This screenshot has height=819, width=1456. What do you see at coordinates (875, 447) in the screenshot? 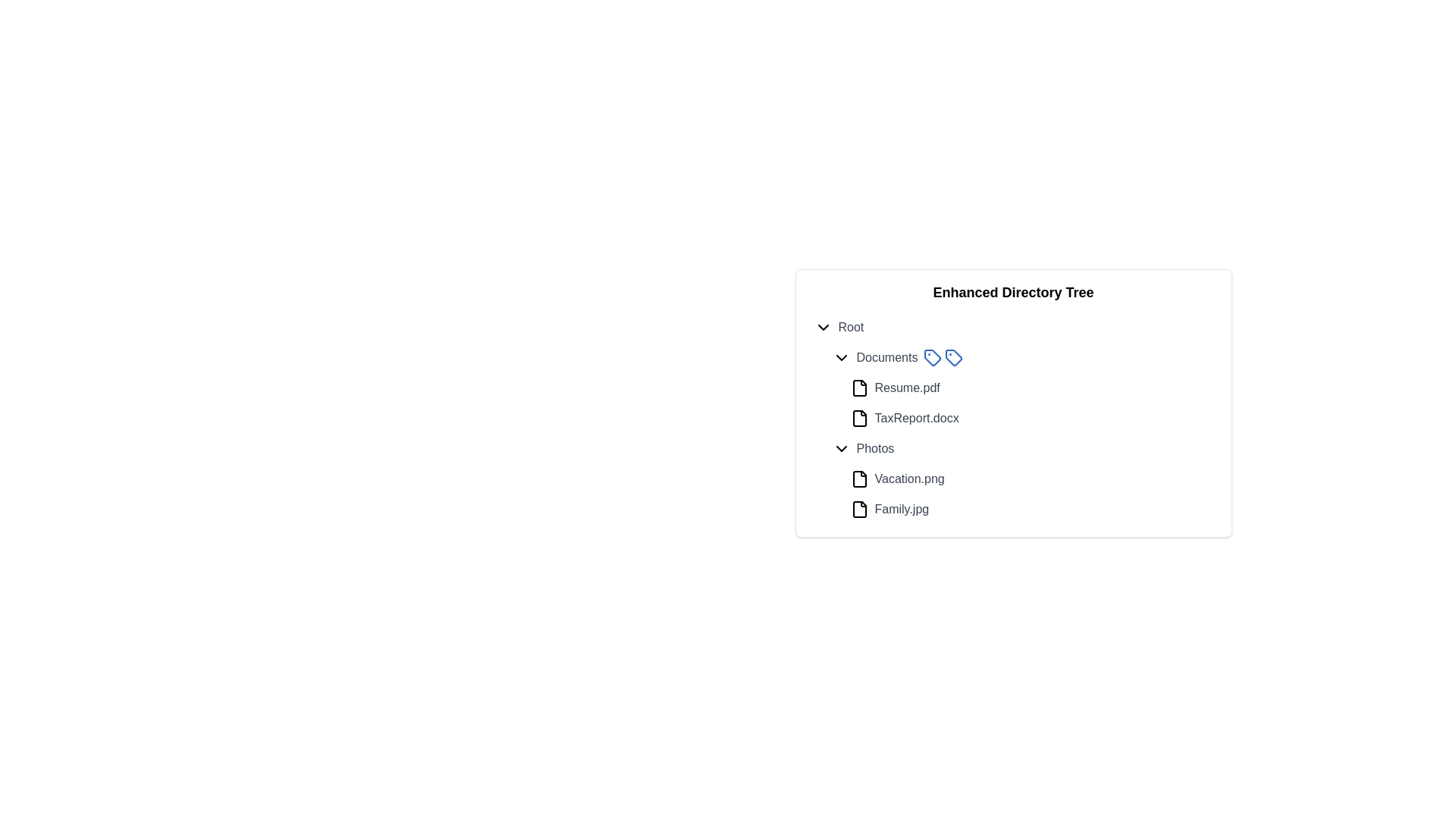
I see `the 'Photos' text label, which is styled in gray and located under the 'Documents' section of the file viewer widget` at bounding box center [875, 447].